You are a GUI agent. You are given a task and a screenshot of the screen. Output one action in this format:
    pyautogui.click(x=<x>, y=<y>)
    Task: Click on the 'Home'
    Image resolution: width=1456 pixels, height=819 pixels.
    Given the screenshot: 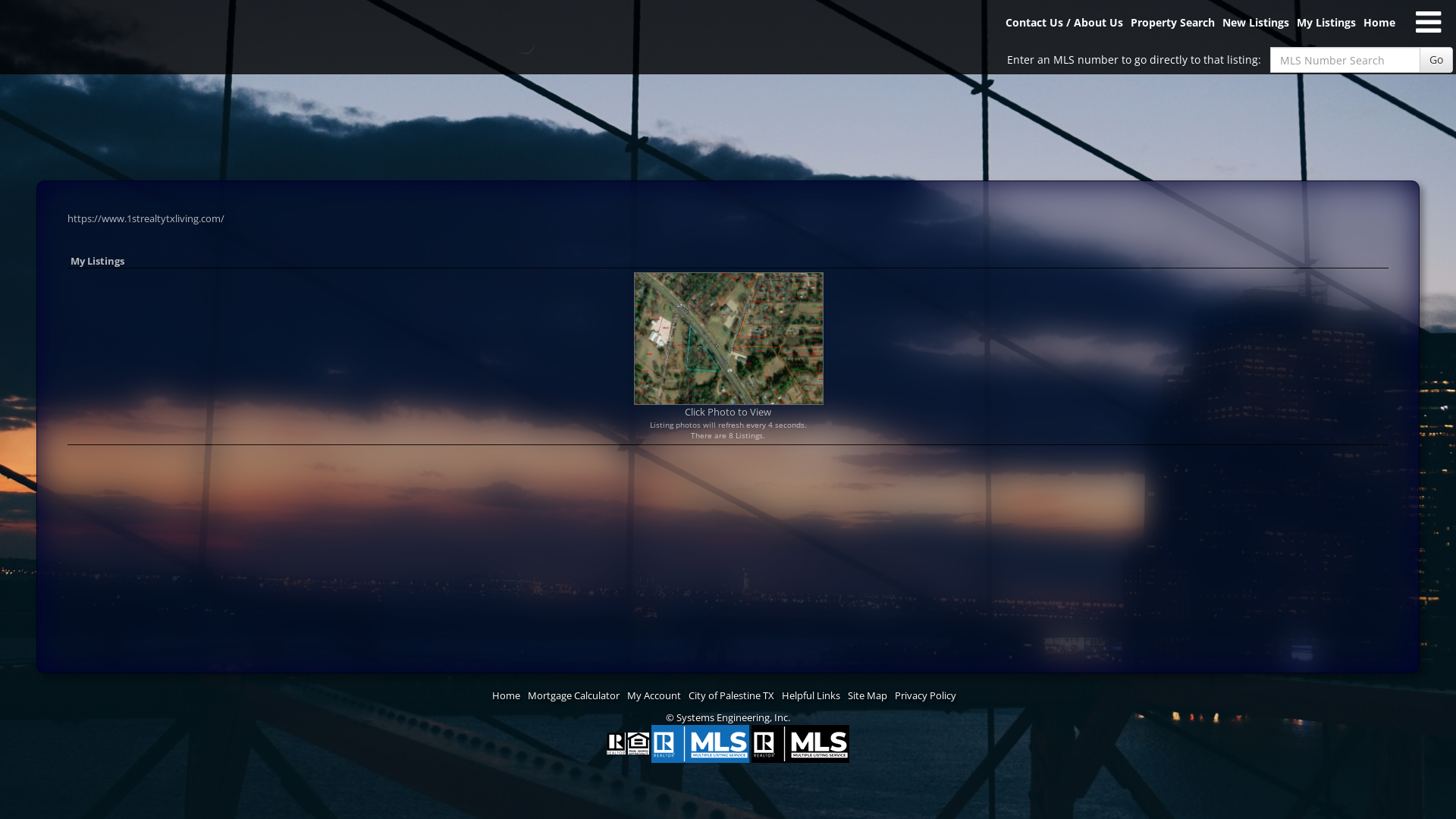 What is the action you would take?
    pyautogui.click(x=1379, y=28)
    